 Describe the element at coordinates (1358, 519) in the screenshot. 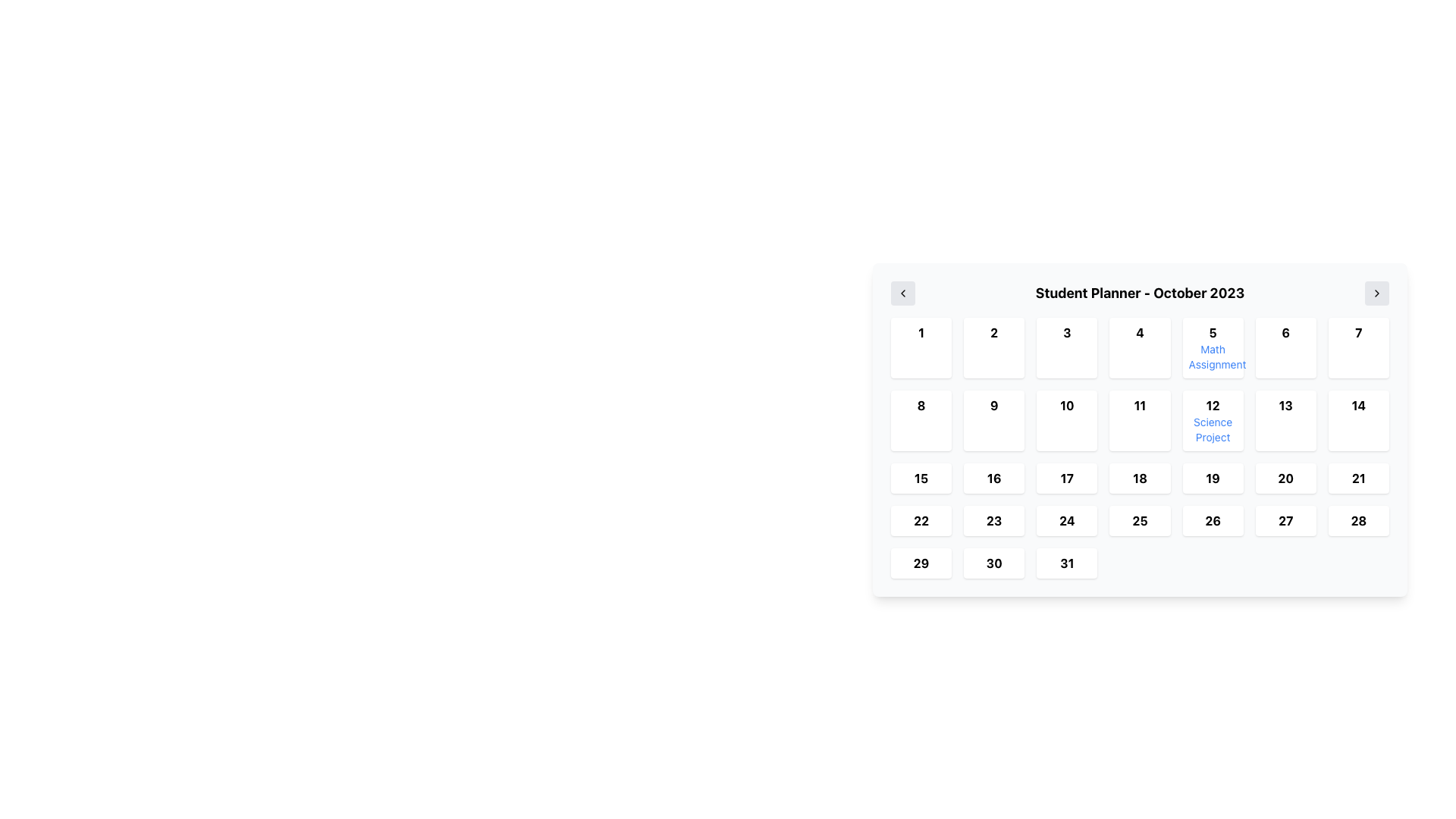

I see `the bold number '28' in the bottom-right corner of the calendar grid interface to get additional information` at that location.